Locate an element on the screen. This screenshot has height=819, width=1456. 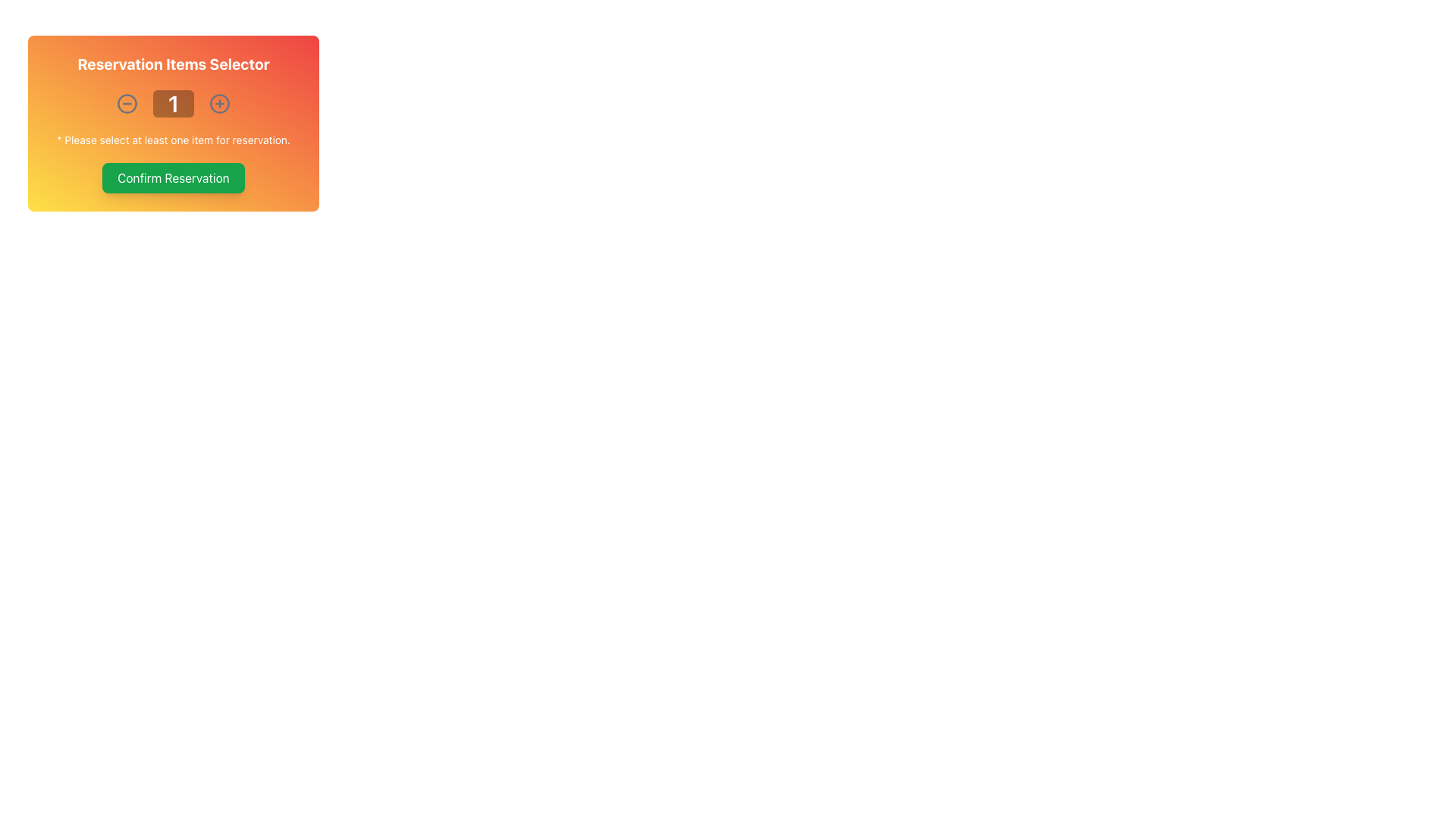
the circular minus button, which is located to the left of the number display showing '1', to decrease the quantity is located at coordinates (127, 103).